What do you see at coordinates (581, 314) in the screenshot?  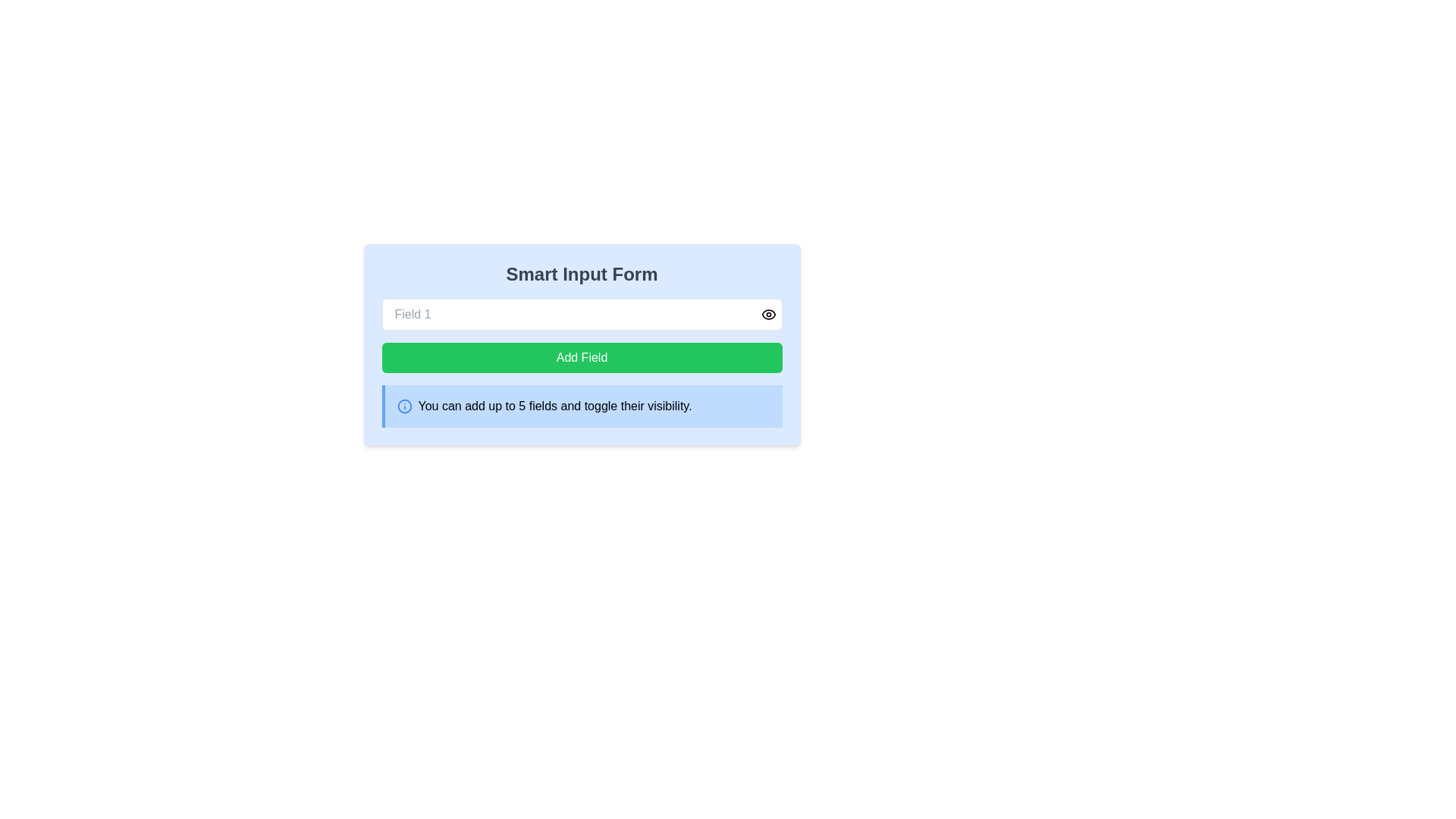 I see `the Password Input Field with Visibility Toggle to focus and type in it` at bounding box center [581, 314].